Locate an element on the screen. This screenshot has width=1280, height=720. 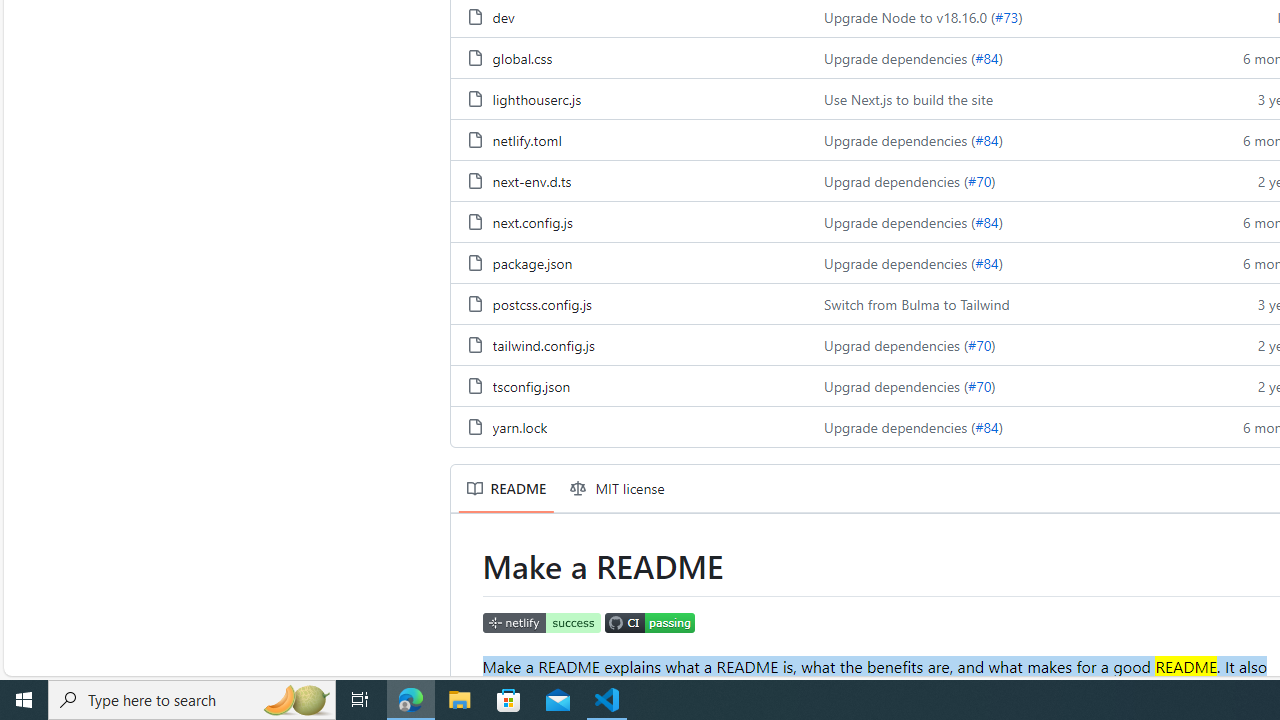
'MIT license' is located at coordinates (617, 488).